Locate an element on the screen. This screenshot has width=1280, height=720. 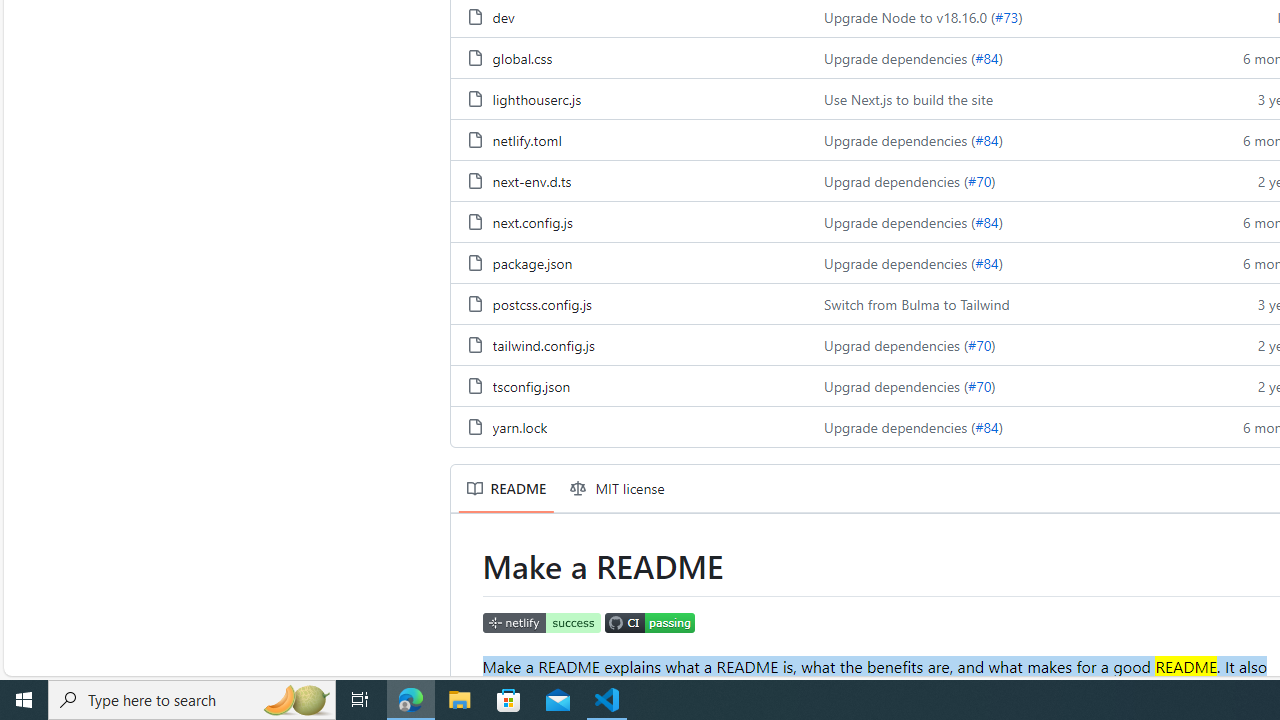
'MIT license' is located at coordinates (617, 488).